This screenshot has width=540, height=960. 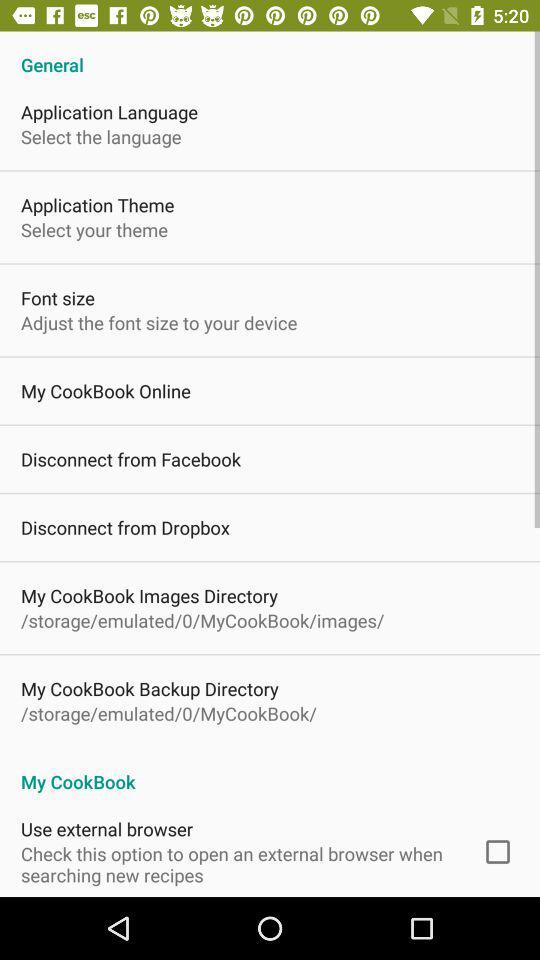 I want to click on checkbox at the bottom right corner, so click(x=496, y=851).